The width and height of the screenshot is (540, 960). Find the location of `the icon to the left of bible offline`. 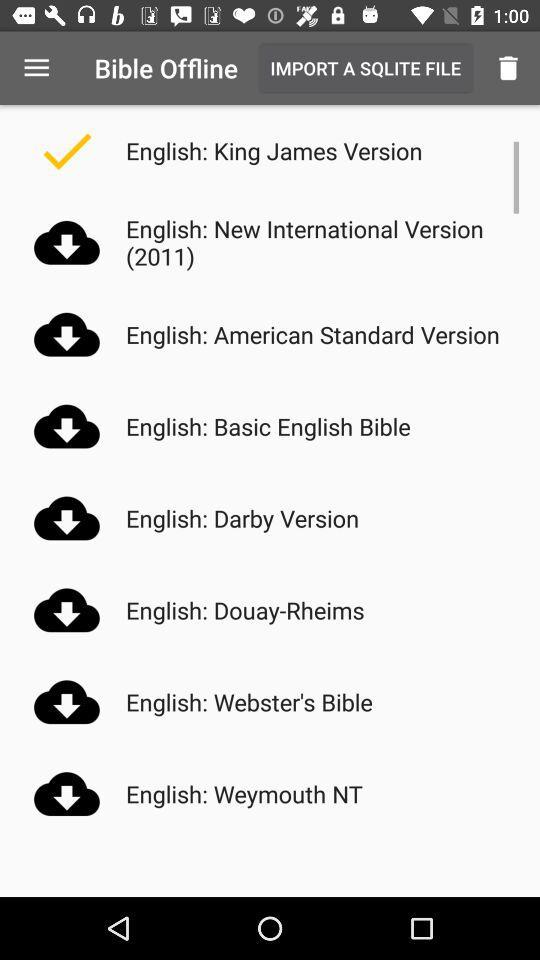

the icon to the left of bible offline is located at coordinates (36, 68).